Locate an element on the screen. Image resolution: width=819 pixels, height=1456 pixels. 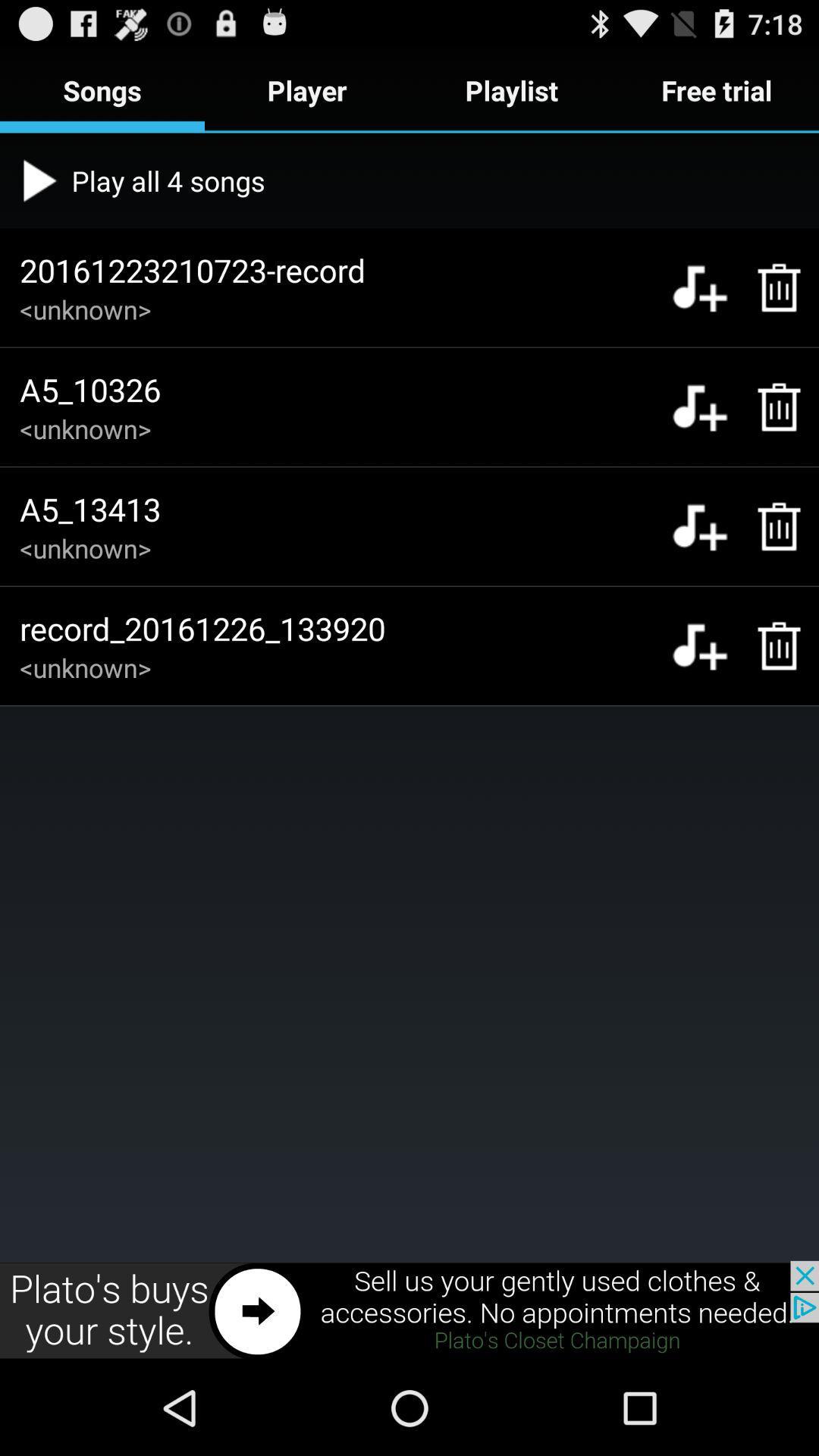
to playlist is located at coordinates (699, 645).